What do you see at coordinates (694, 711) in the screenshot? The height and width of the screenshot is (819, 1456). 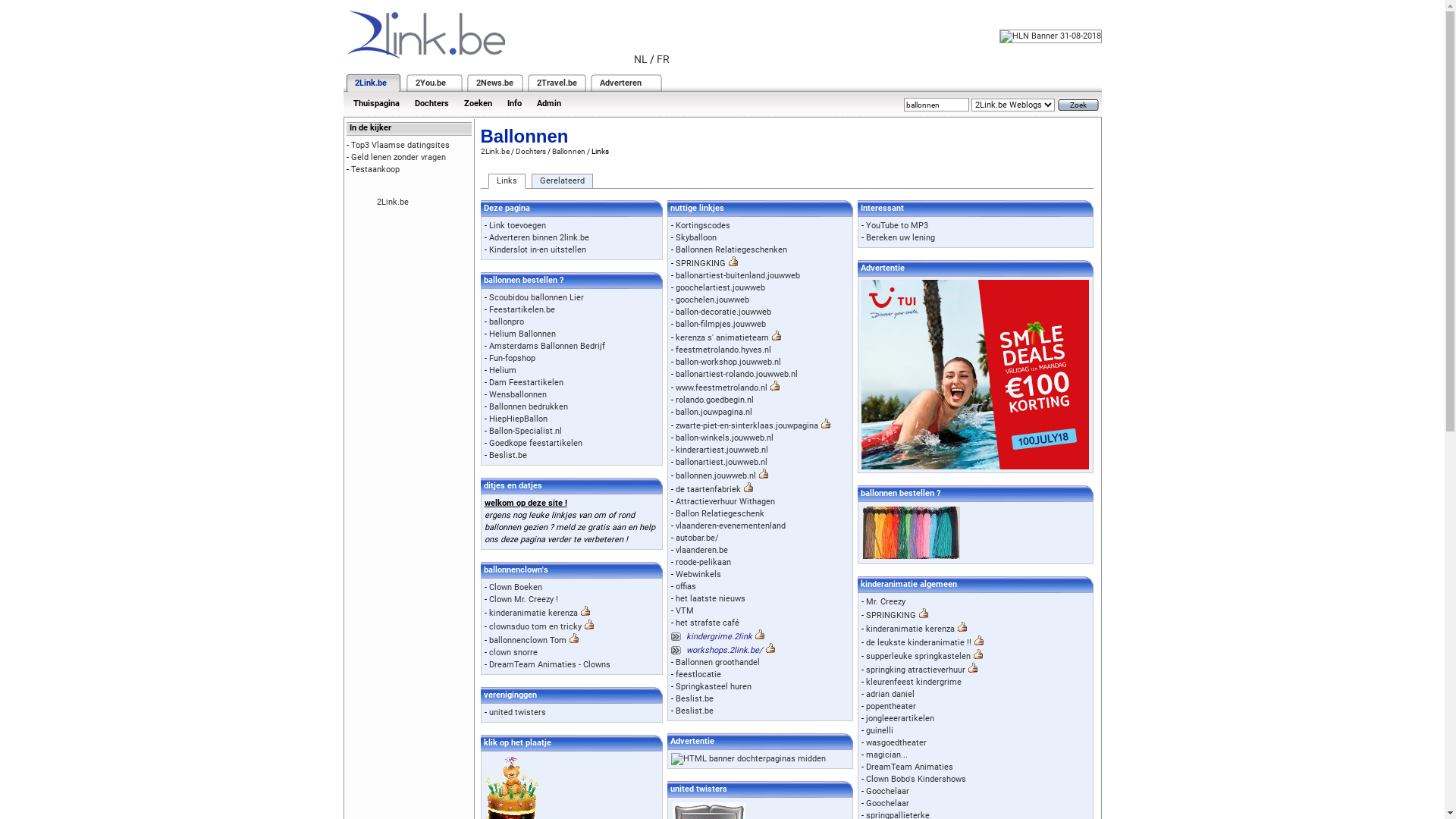 I see `'Beslist.be'` at bounding box center [694, 711].